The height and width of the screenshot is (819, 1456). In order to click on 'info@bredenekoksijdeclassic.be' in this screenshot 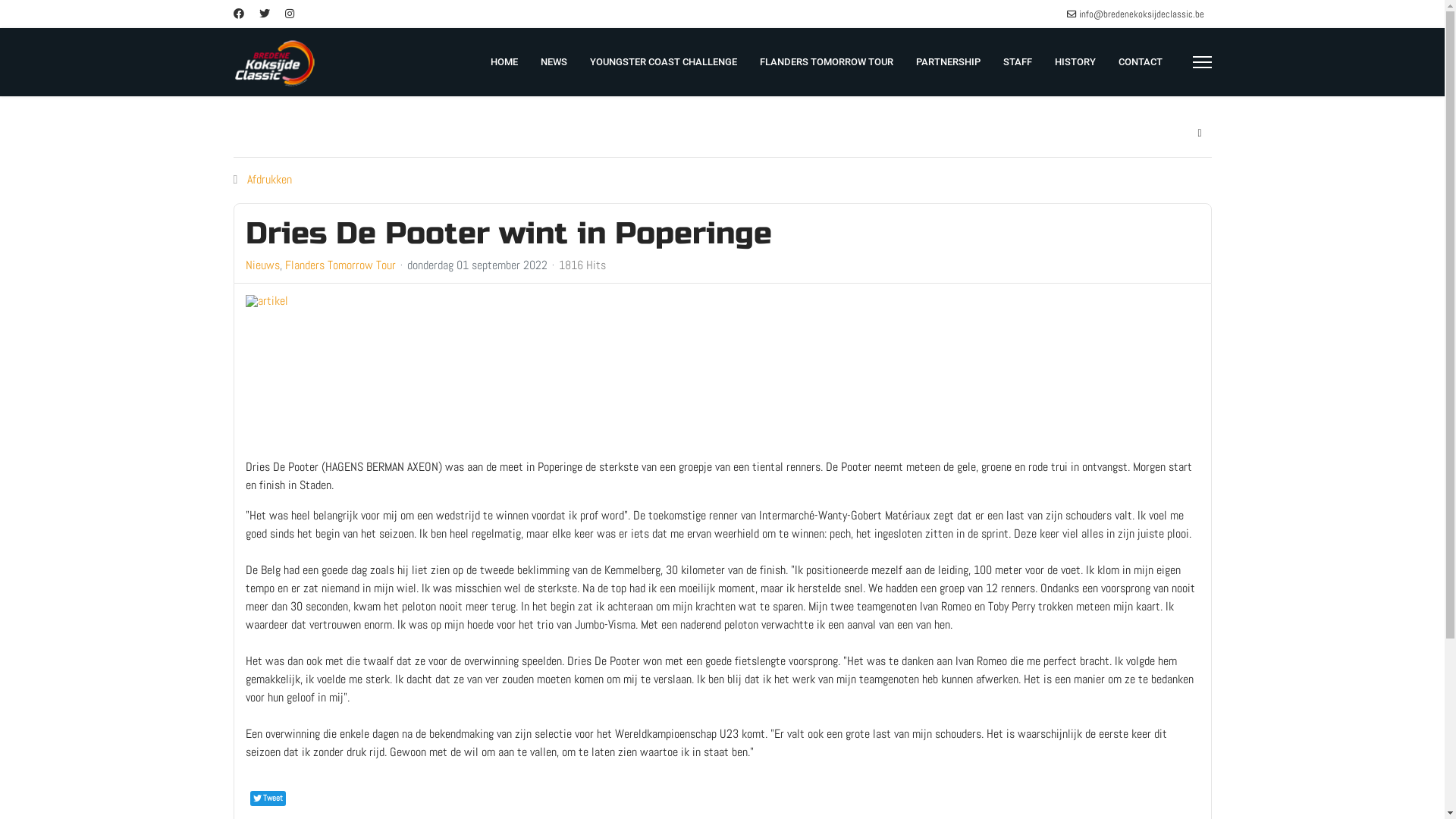, I will do `click(1141, 14)`.